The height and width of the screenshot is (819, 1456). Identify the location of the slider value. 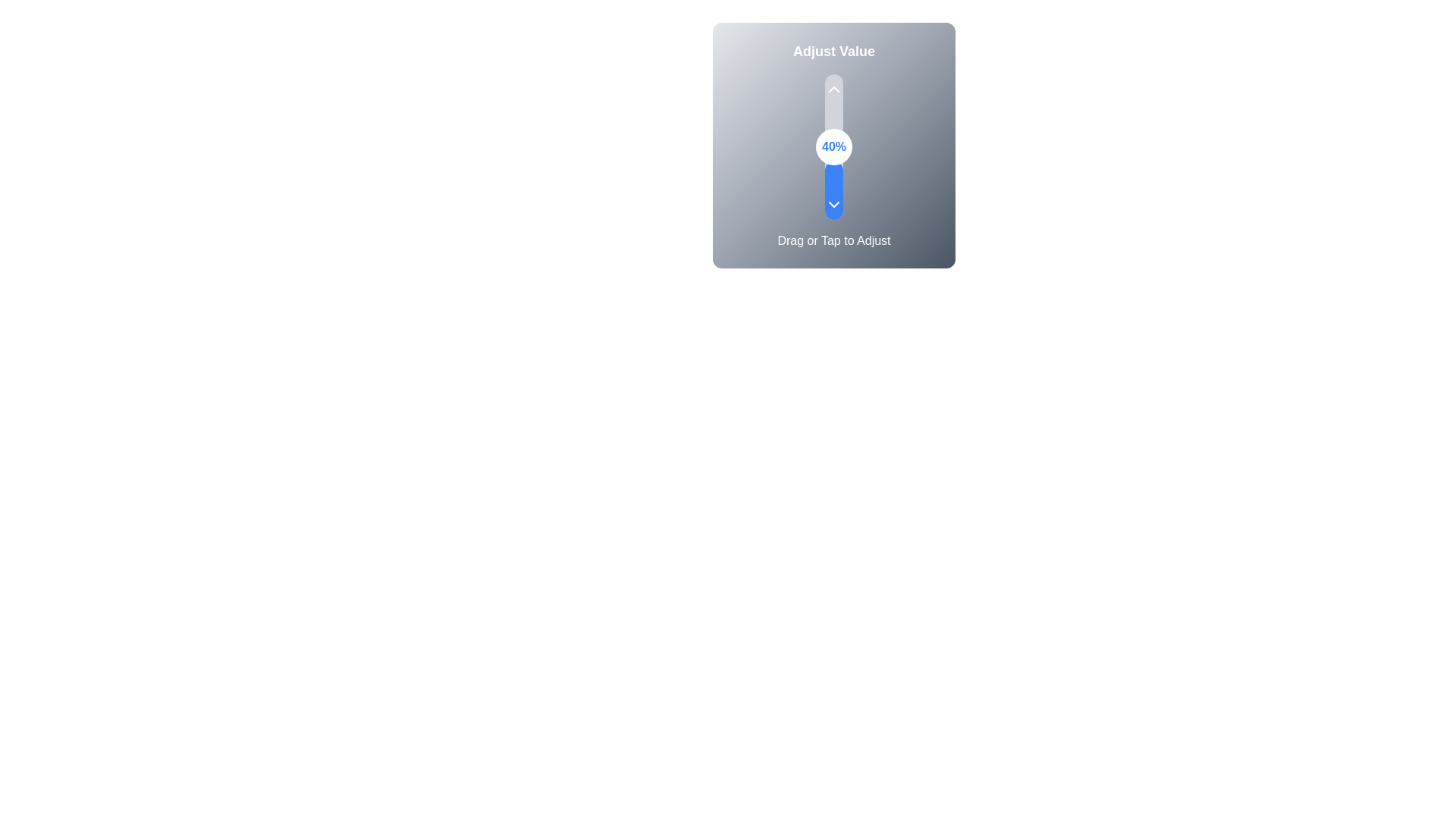
(833, 141).